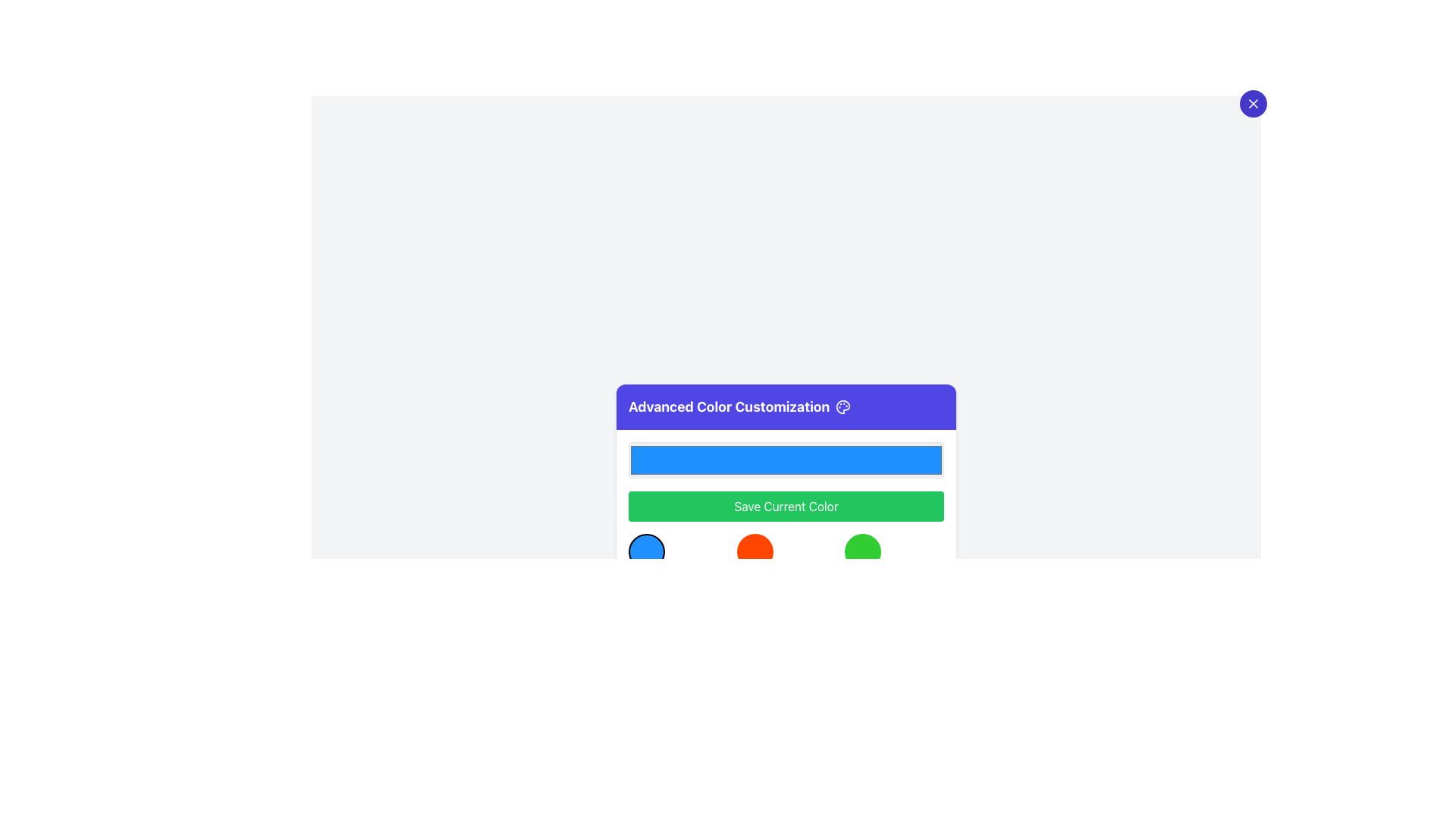 This screenshot has width=1456, height=819. I want to click on the 'Save Current Color' button, which is a green rectangular button with rounded corners, located in the 'Advanced Color Customization' section, so click(786, 506).